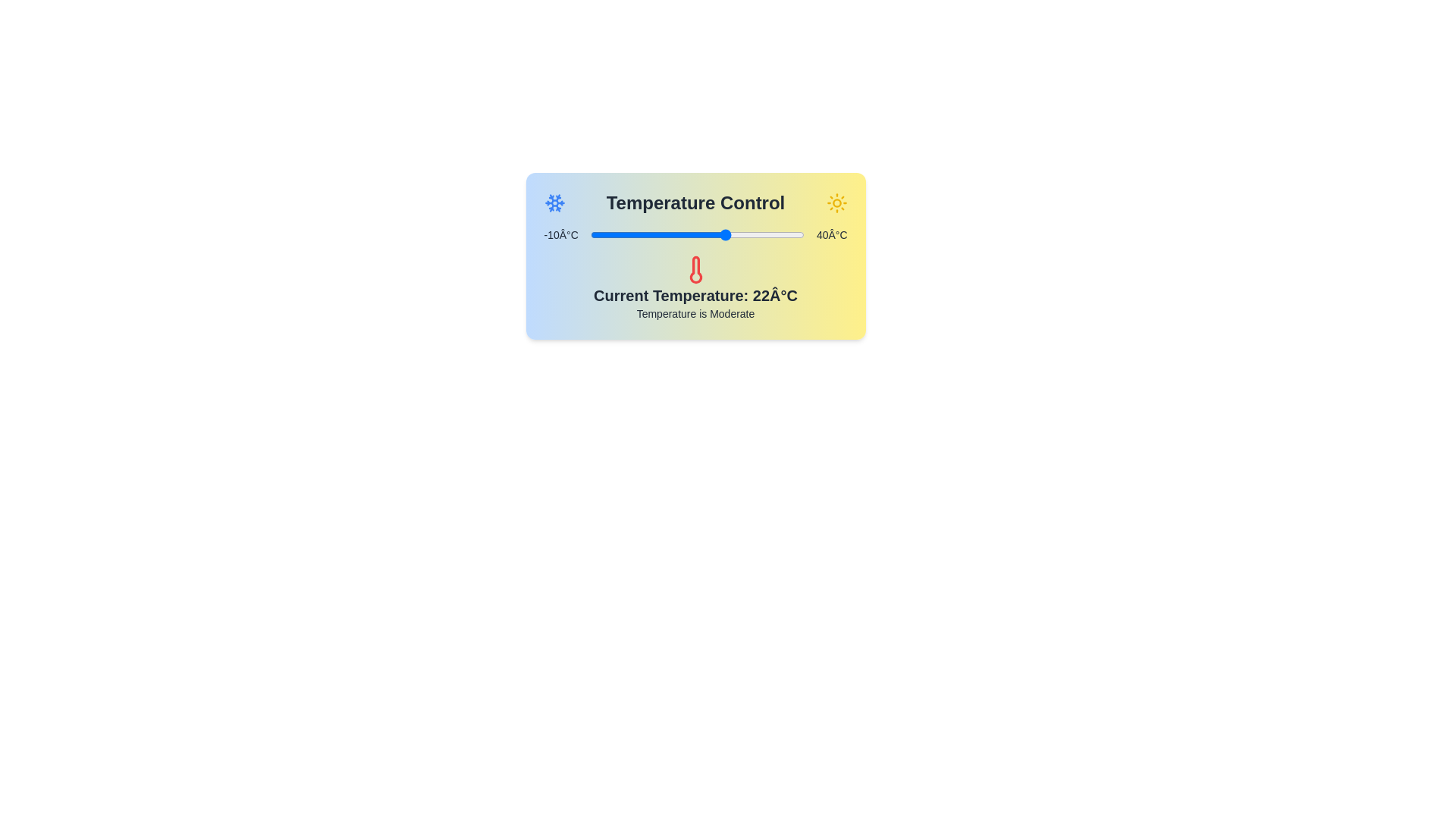 The height and width of the screenshot is (819, 1456). I want to click on the slider to set the temperature to 0°C, so click(633, 234).